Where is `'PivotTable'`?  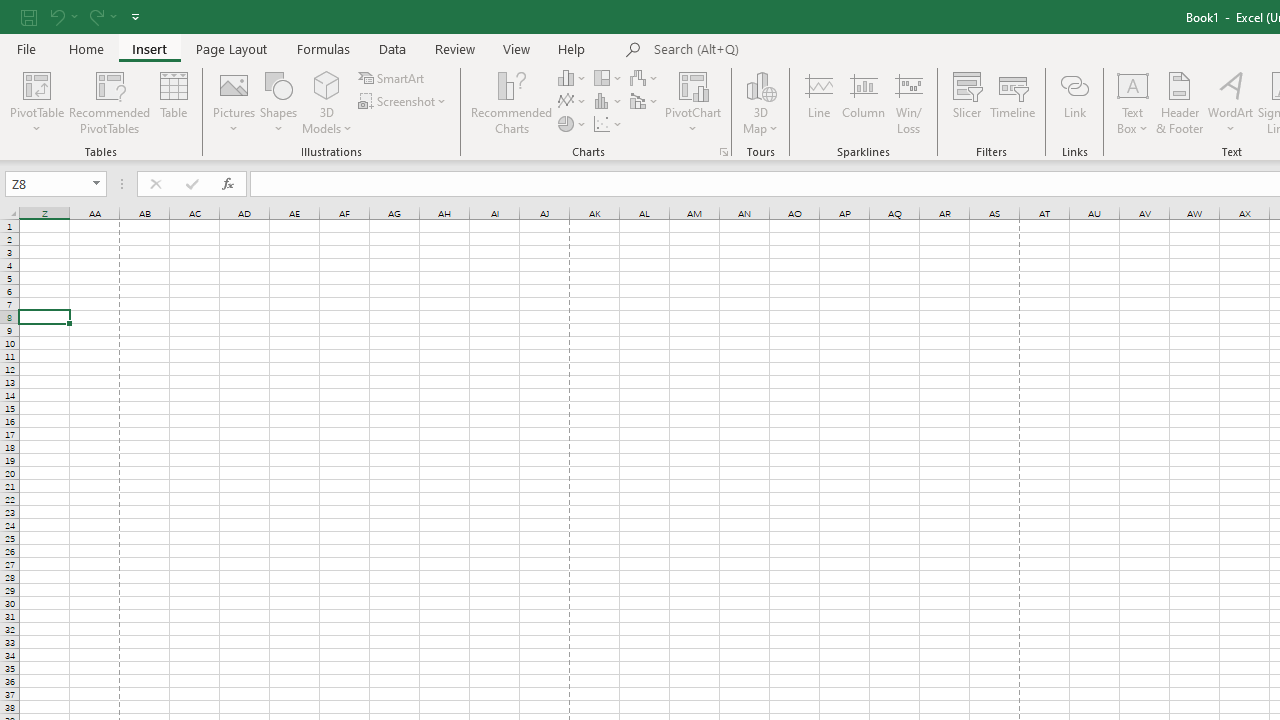 'PivotTable' is located at coordinates (37, 84).